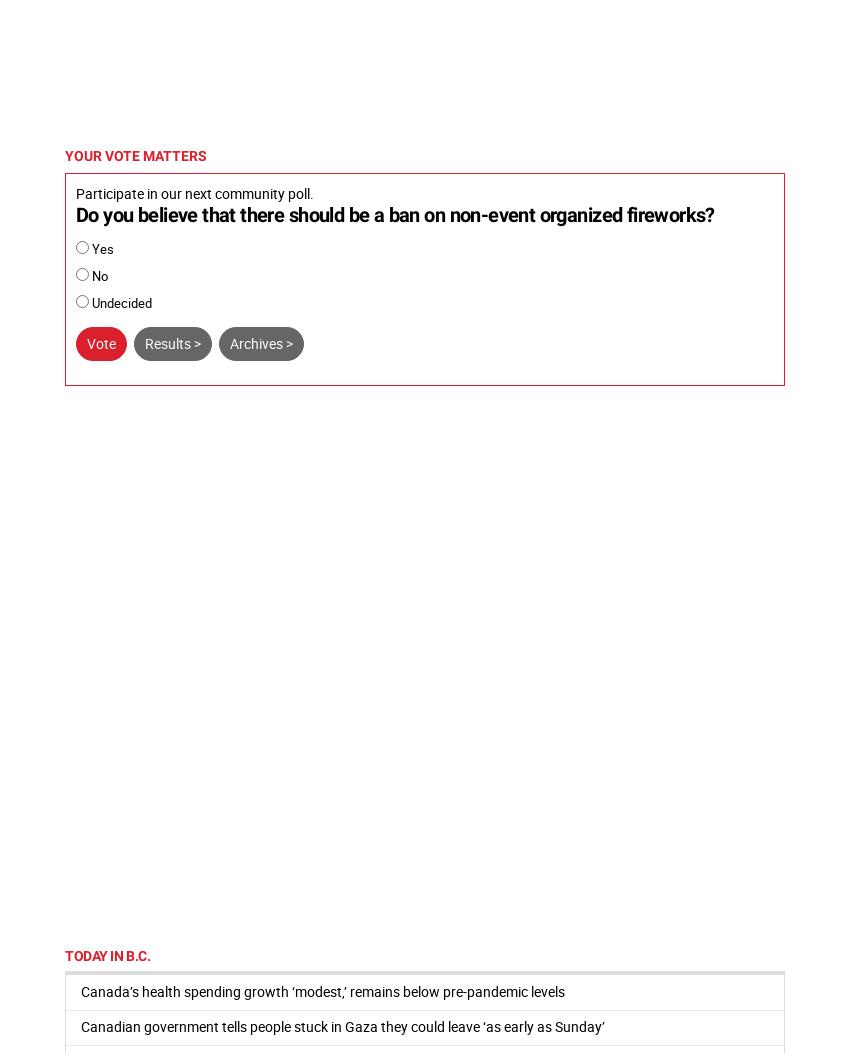  I want to click on 'Archives >', so click(260, 341).